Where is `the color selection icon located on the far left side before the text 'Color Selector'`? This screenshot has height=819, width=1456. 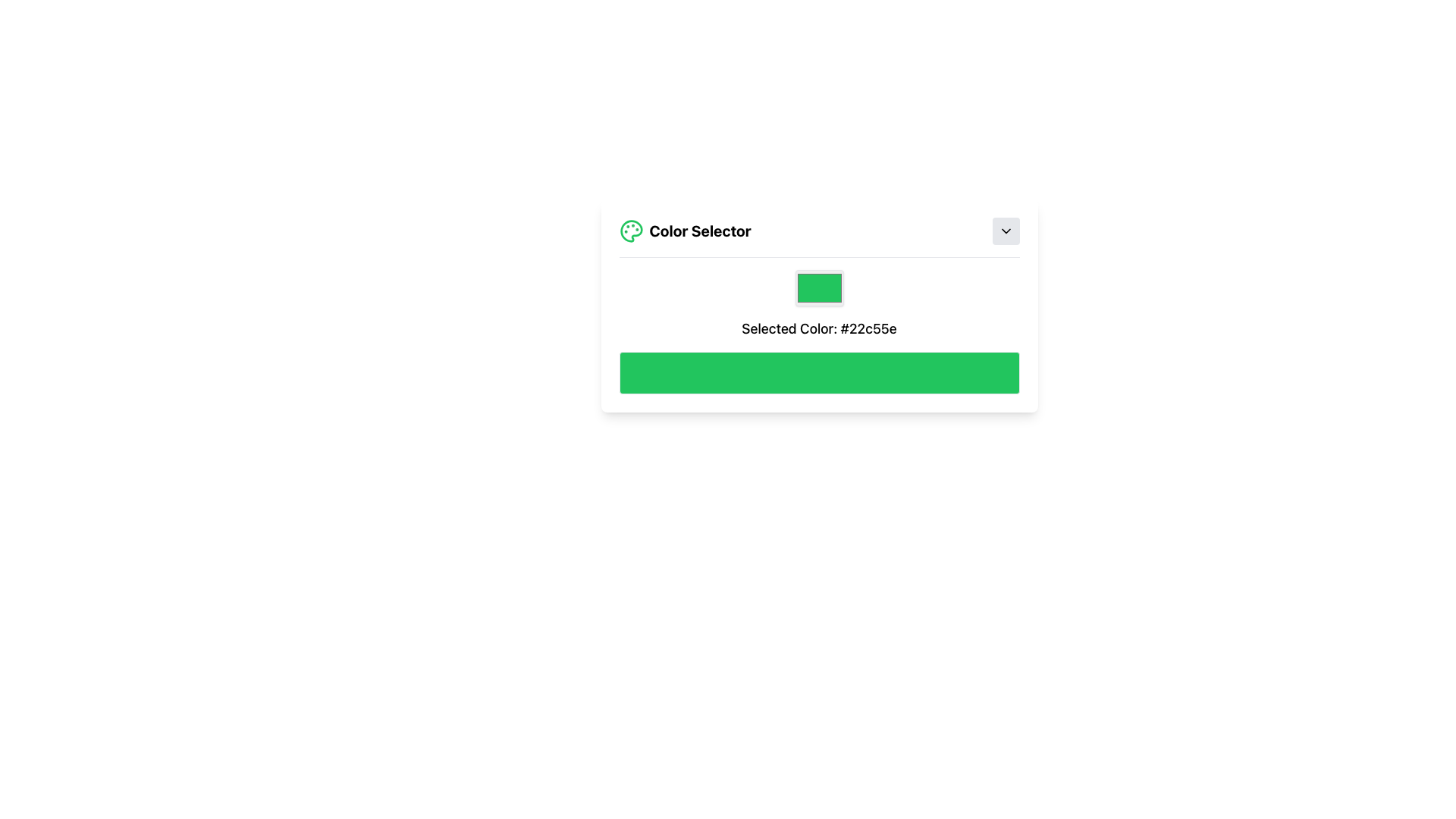
the color selection icon located on the far left side before the text 'Color Selector' is located at coordinates (631, 231).